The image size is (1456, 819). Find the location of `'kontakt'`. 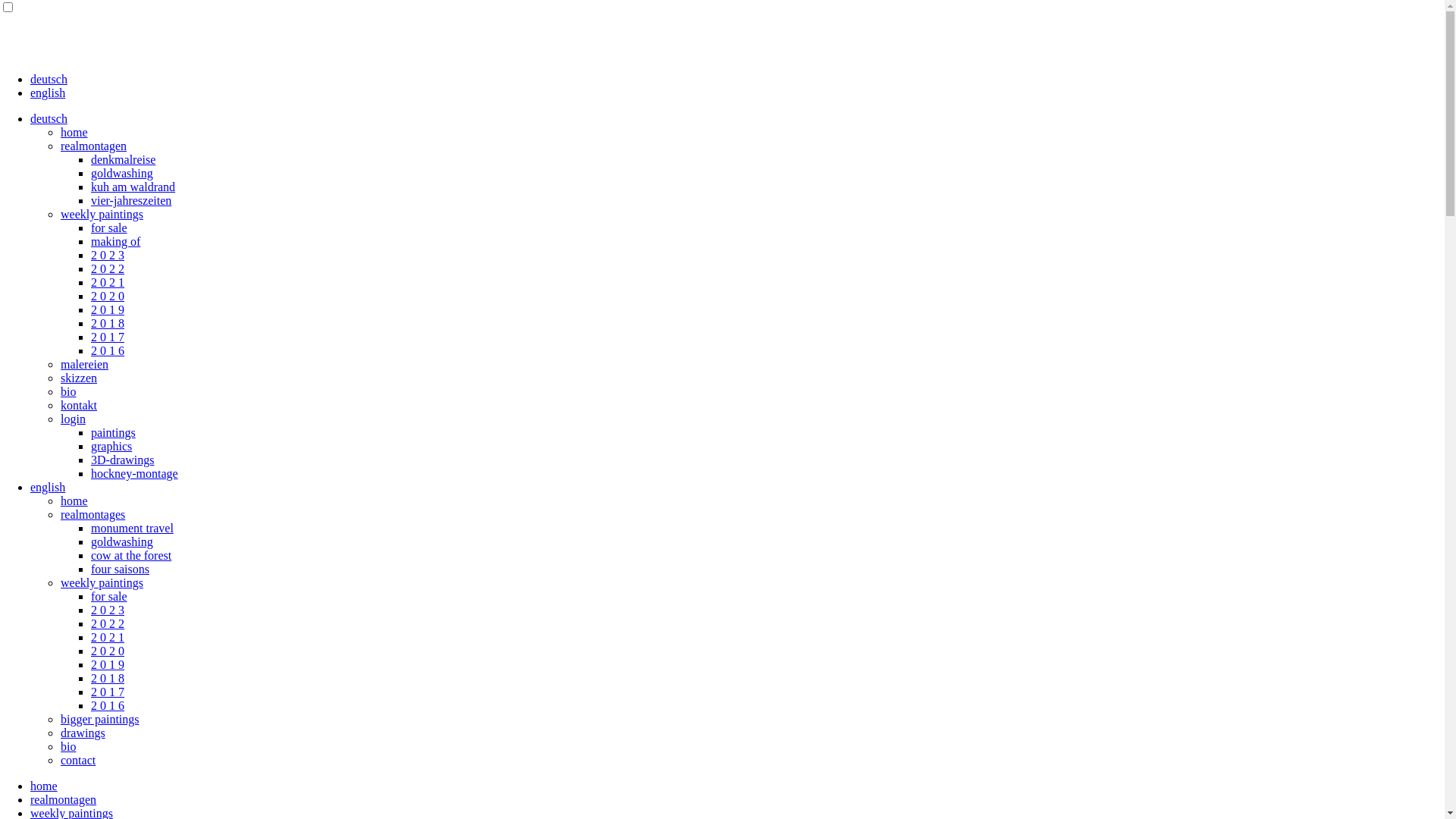

'kontakt' is located at coordinates (78, 404).